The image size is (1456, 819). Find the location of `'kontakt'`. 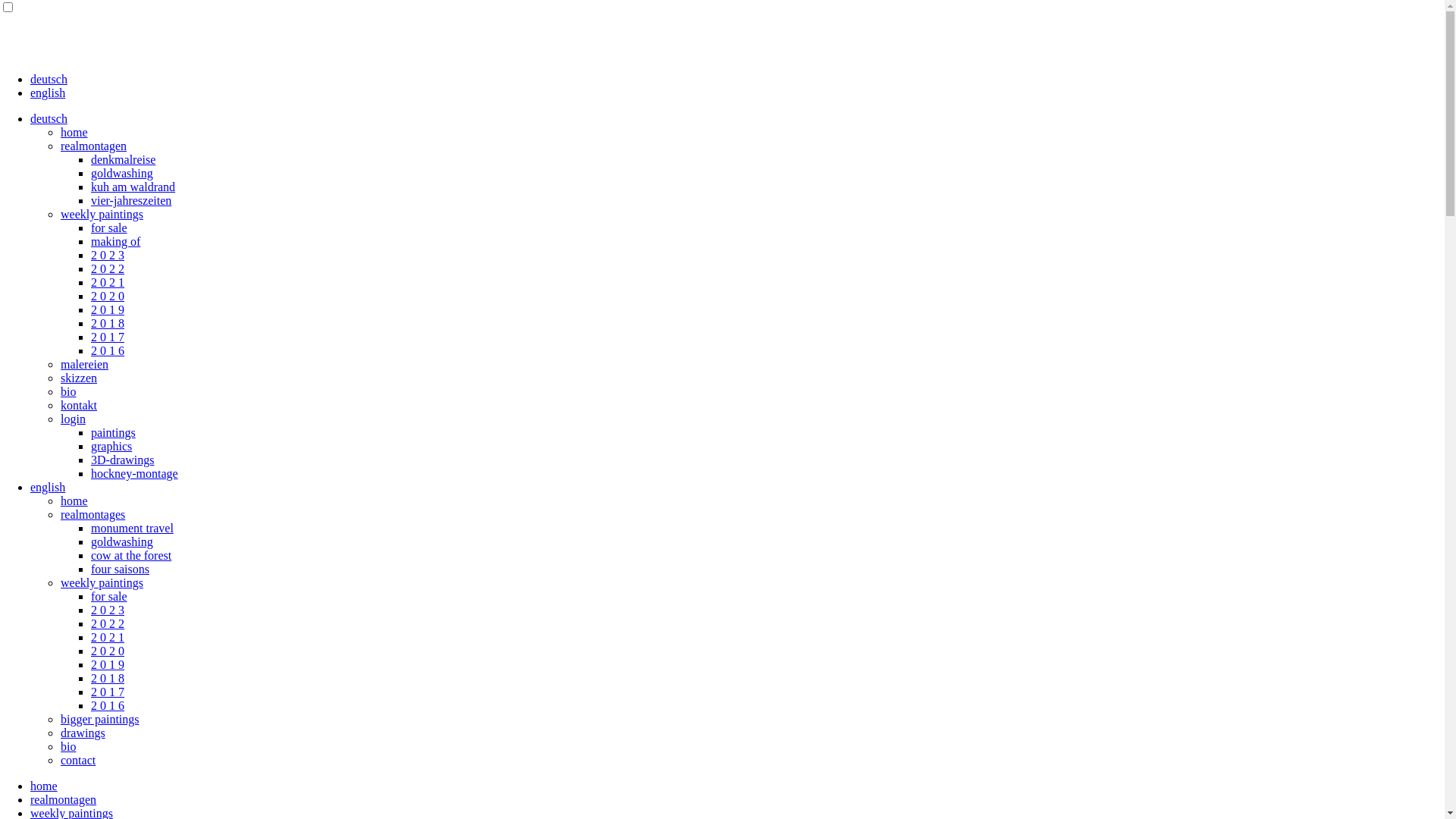

'kontakt' is located at coordinates (78, 404).